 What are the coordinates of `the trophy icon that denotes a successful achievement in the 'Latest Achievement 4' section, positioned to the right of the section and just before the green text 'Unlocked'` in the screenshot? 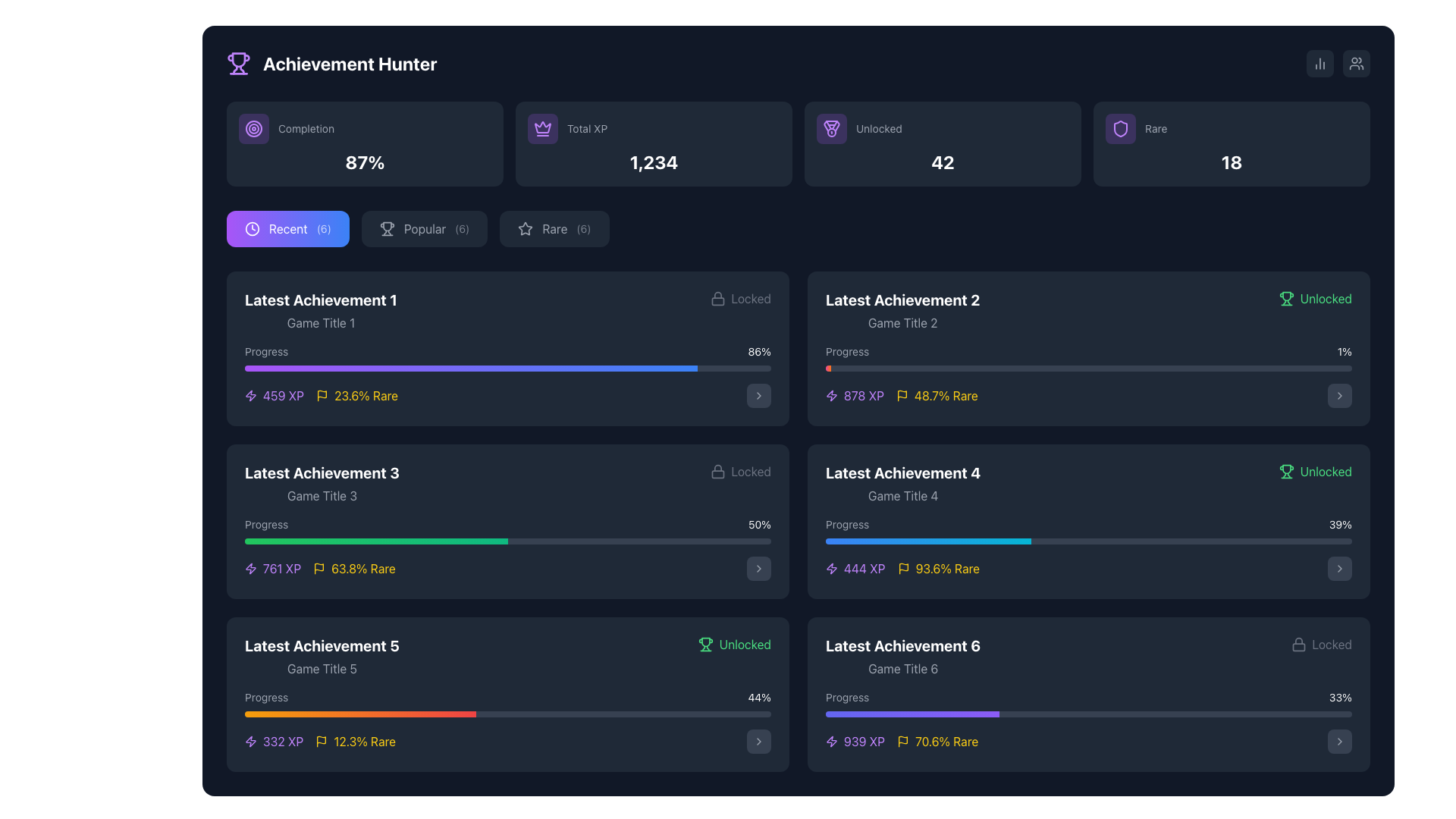 It's located at (704, 644).